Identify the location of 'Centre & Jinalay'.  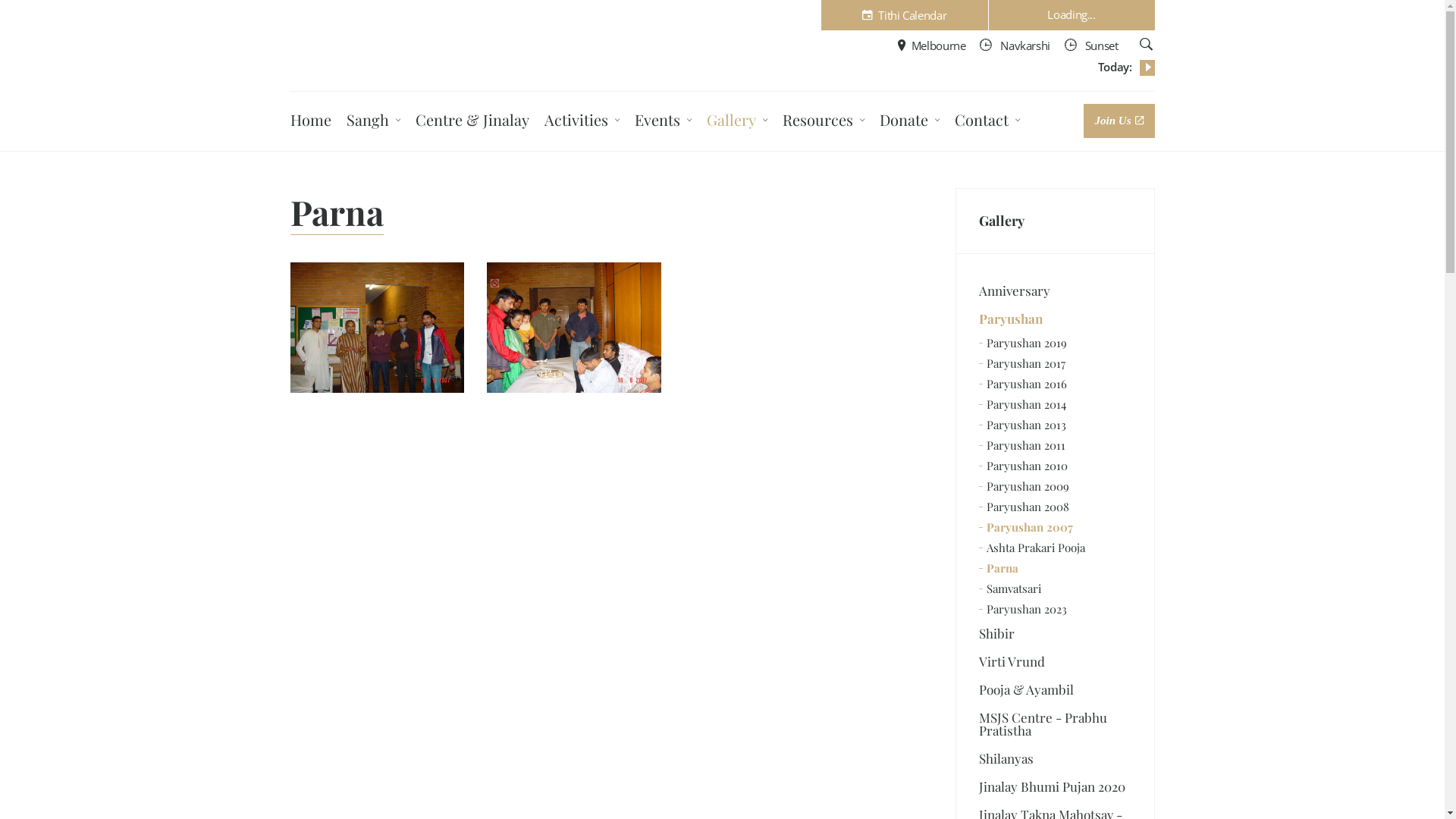
(415, 121).